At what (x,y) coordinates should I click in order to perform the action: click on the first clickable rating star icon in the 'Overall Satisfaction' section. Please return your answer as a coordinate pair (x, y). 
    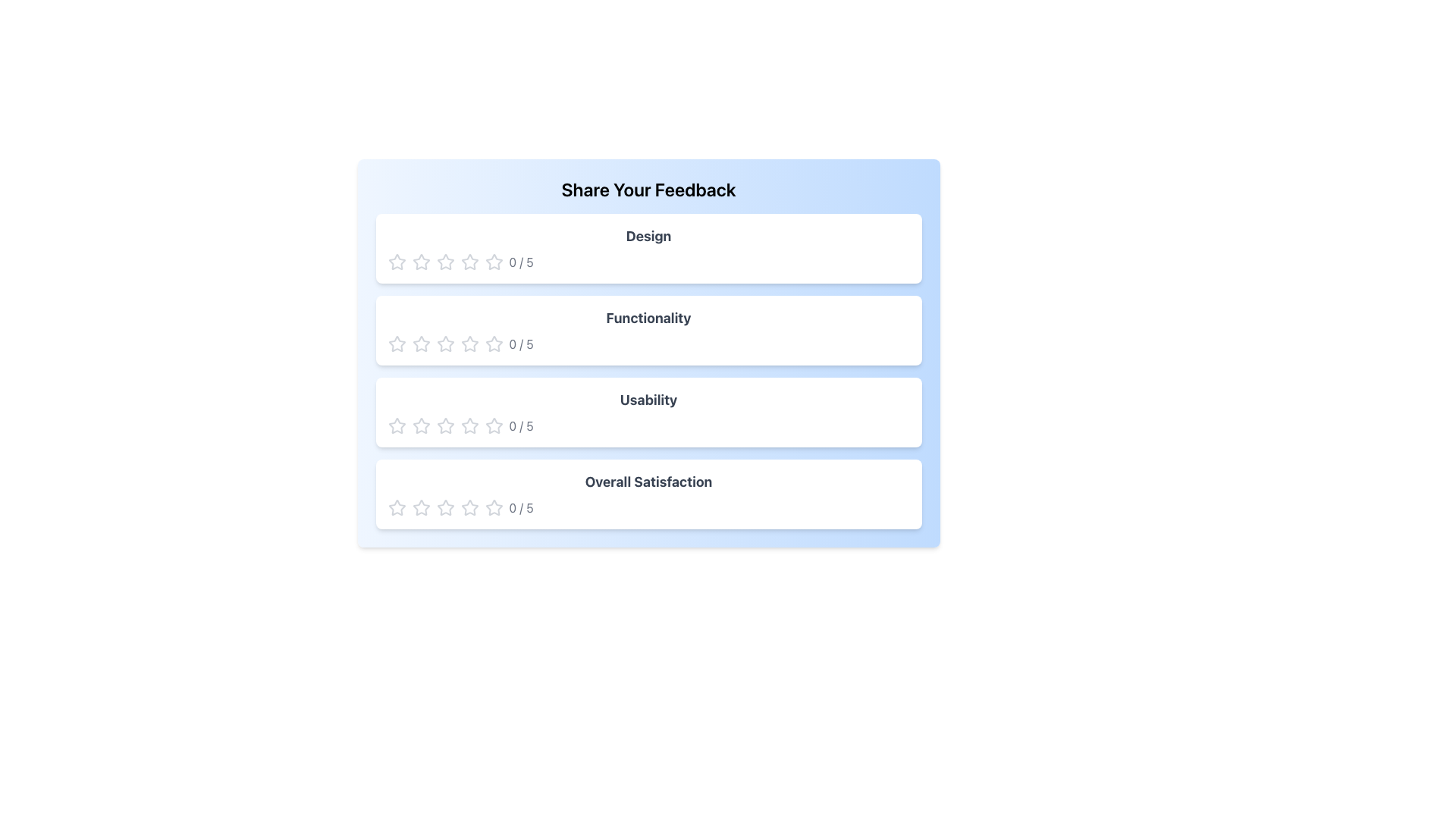
    Looking at the image, I should click on (397, 507).